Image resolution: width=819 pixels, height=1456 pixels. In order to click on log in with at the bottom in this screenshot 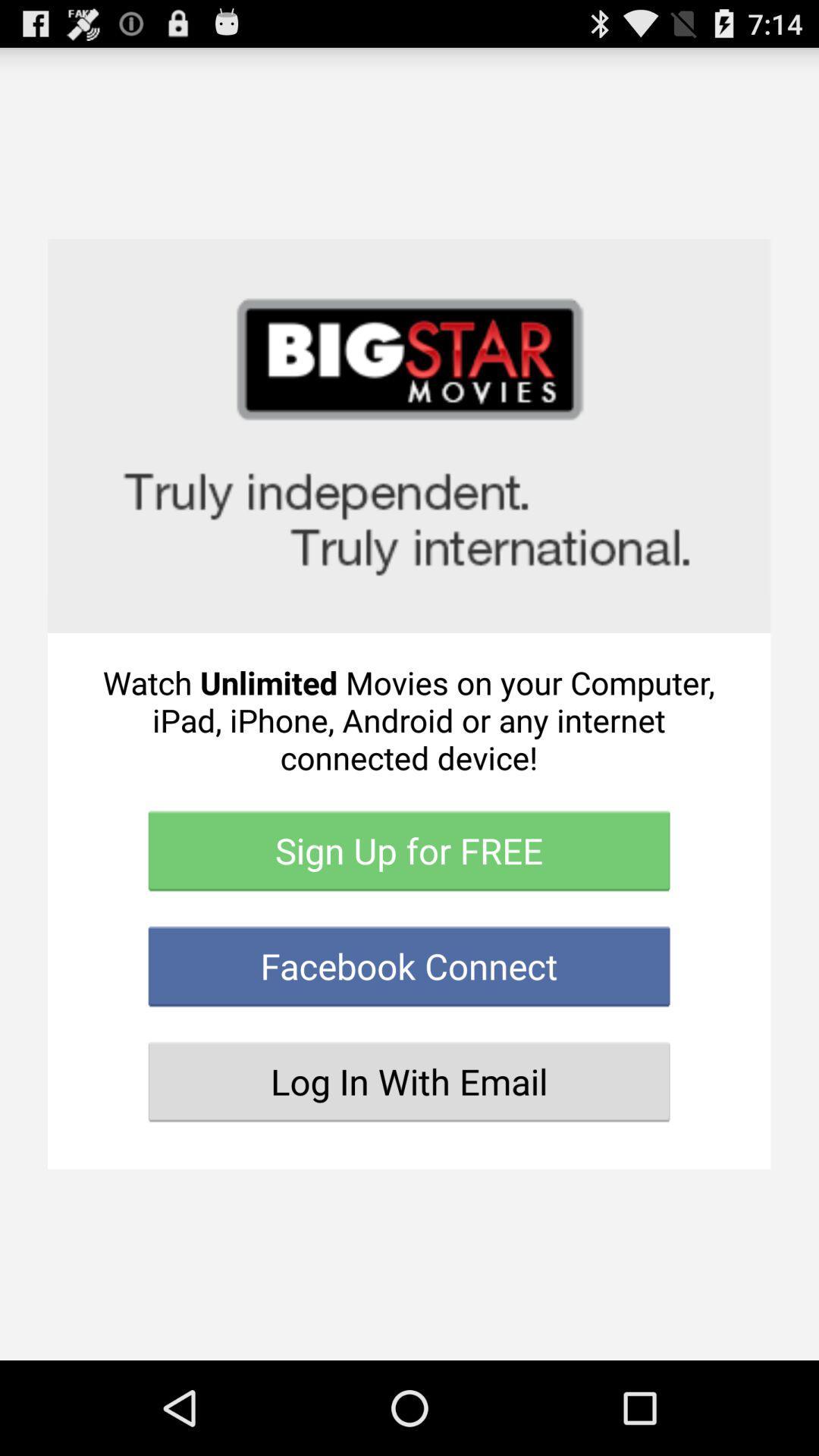, I will do `click(408, 1081)`.